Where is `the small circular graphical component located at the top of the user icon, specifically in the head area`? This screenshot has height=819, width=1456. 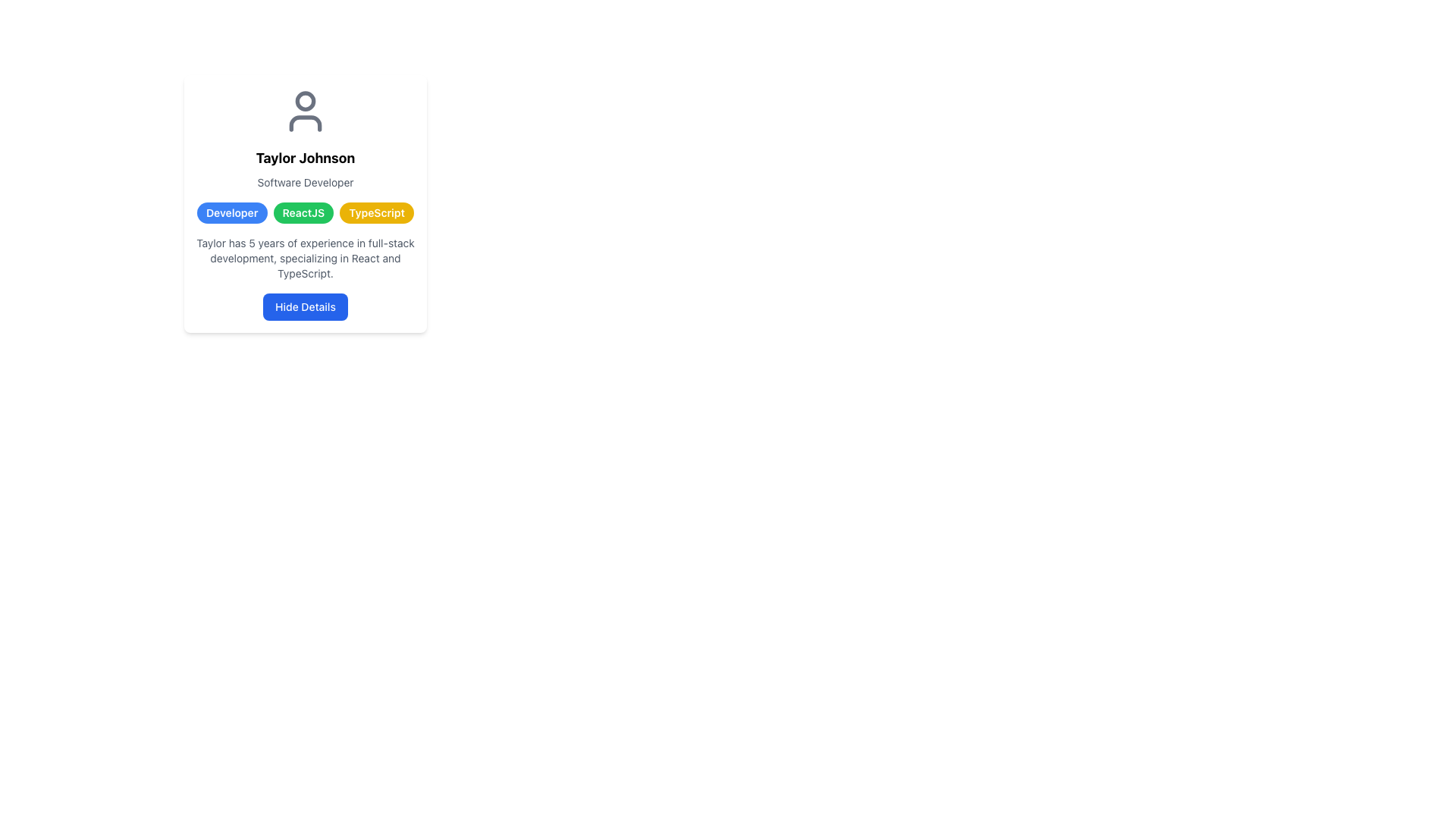 the small circular graphical component located at the top of the user icon, specifically in the head area is located at coordinates (305, 100).